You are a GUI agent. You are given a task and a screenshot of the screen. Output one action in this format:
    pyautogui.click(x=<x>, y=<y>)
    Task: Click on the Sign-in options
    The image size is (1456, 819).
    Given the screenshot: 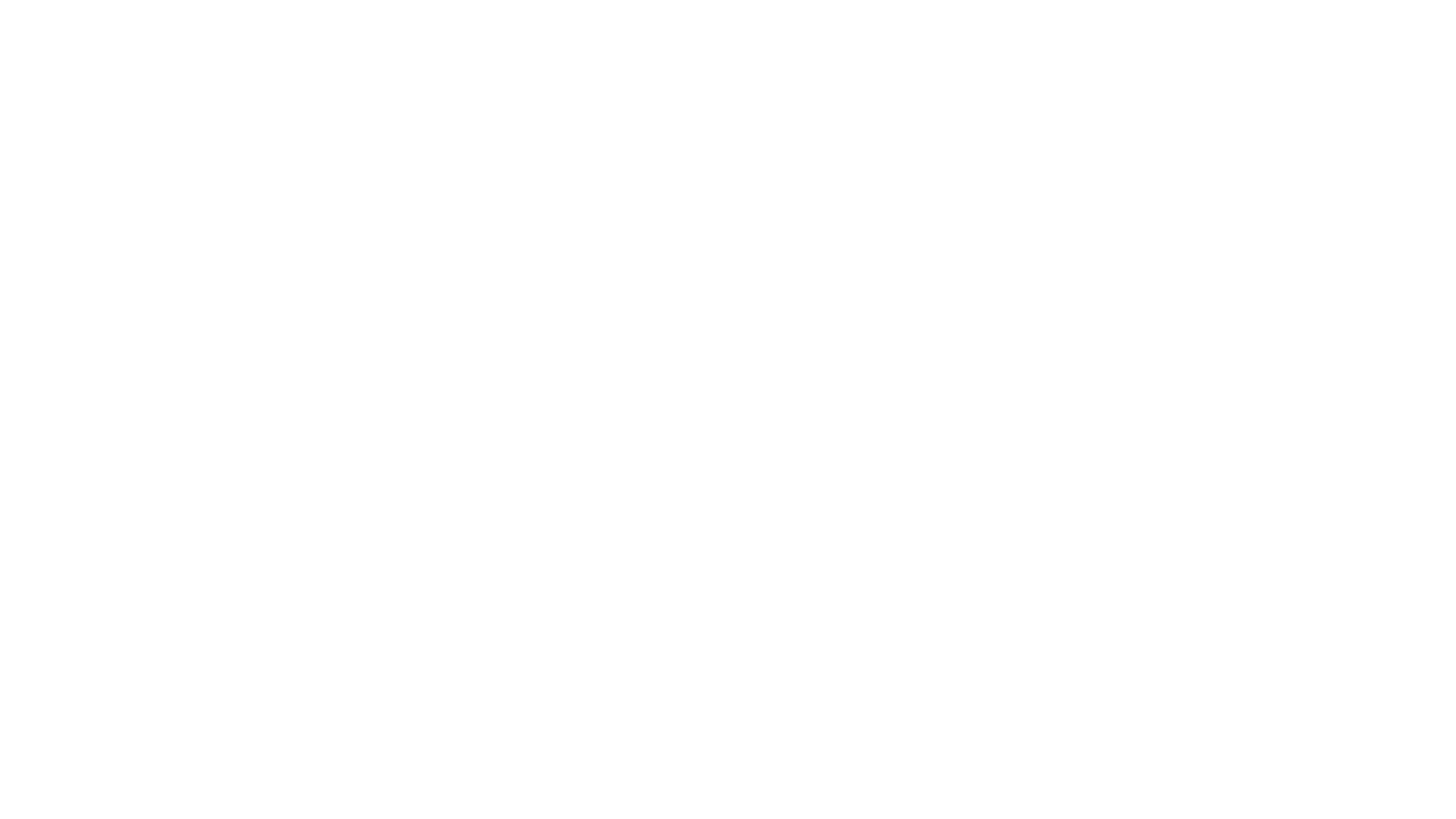 What is the action you would take?
    pyautogui.click(x=728, y=553)
    